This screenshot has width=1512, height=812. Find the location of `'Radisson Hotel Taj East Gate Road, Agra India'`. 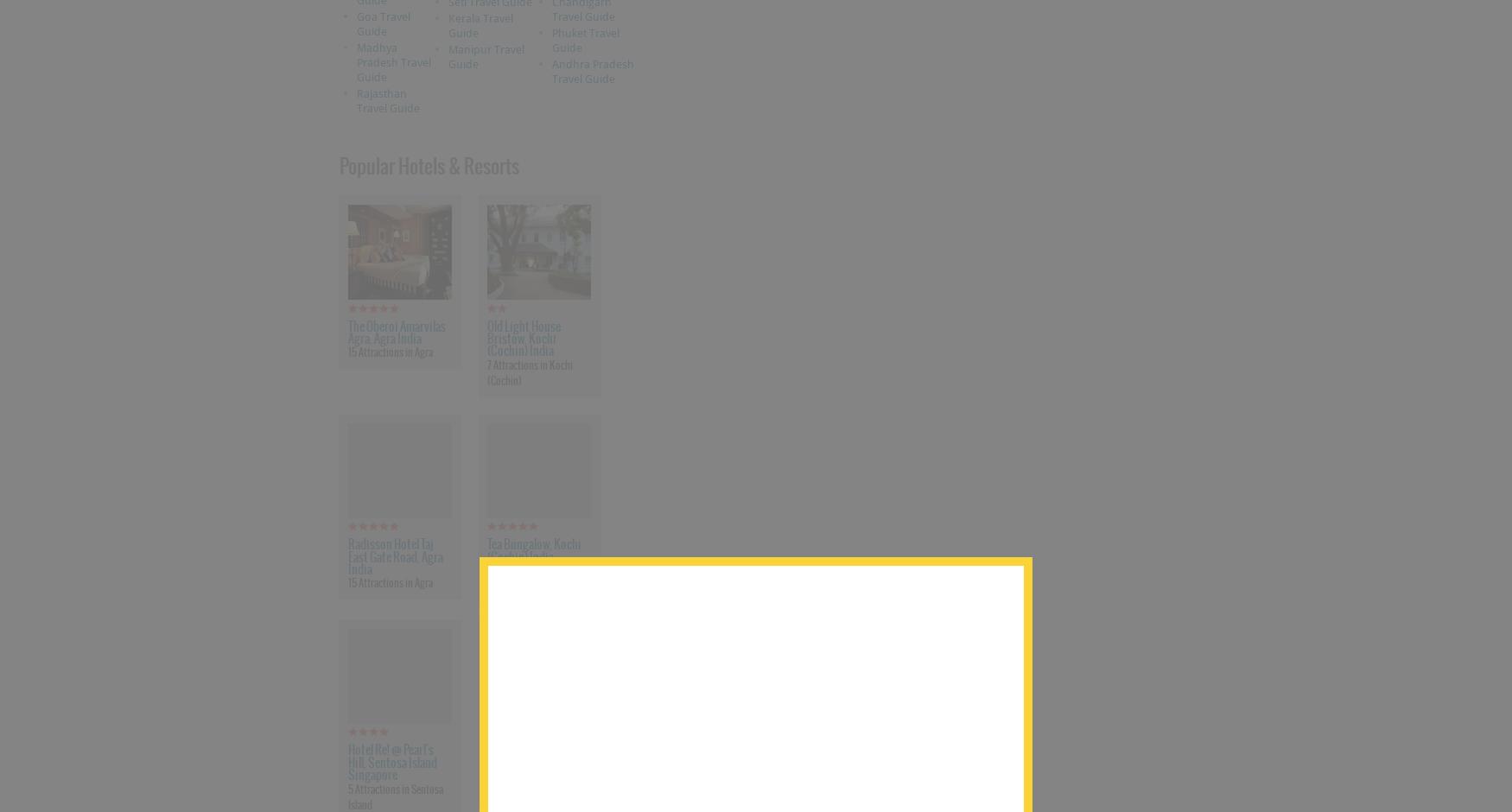

'Radisson Hotel Taj East Gate Road, Agra India' is located at coordinates (346, 556).